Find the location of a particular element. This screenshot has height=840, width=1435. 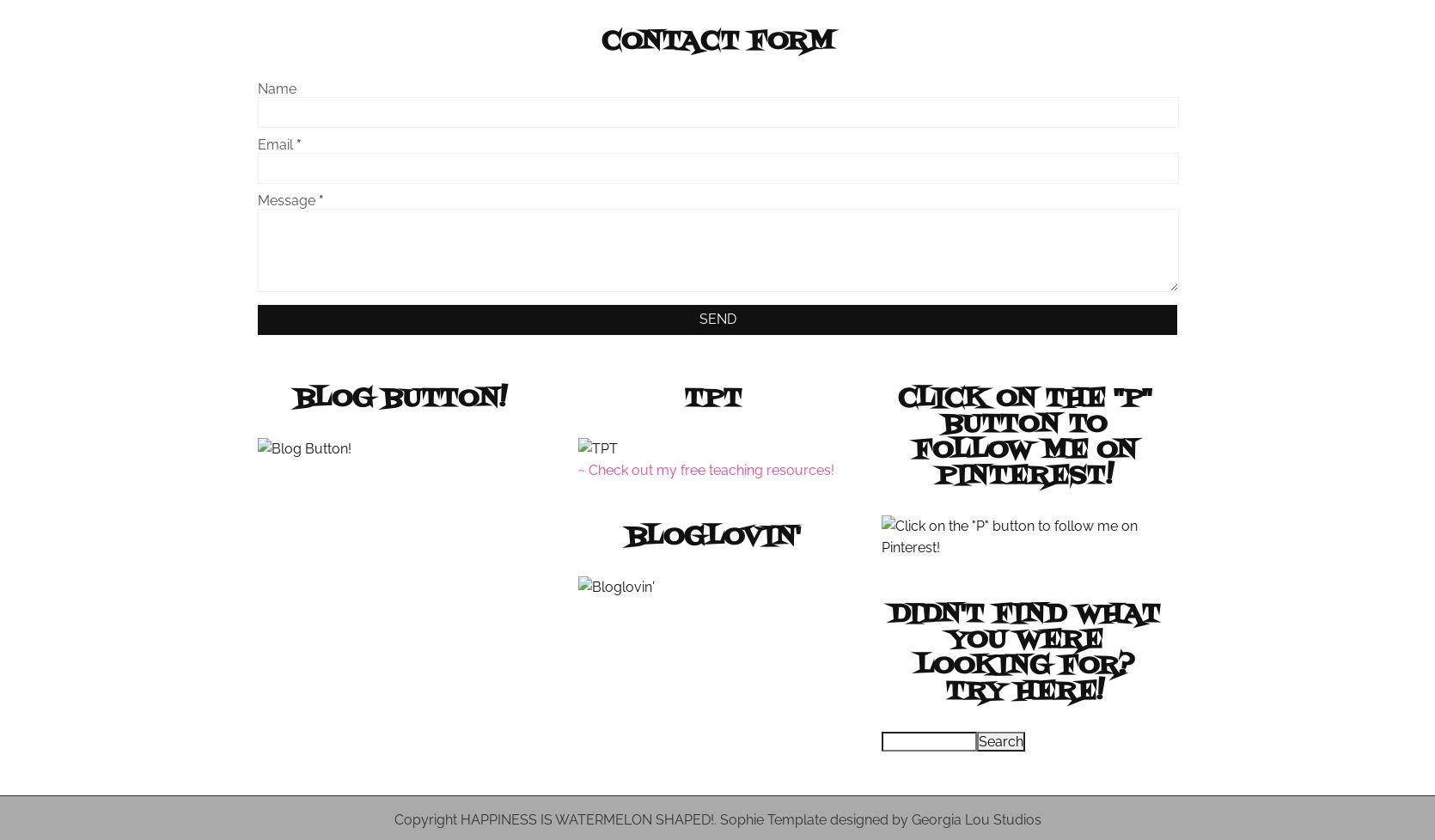

'HAPPINESS IS WATERMELON SHAPED!' is located at coordinates (460, 819).